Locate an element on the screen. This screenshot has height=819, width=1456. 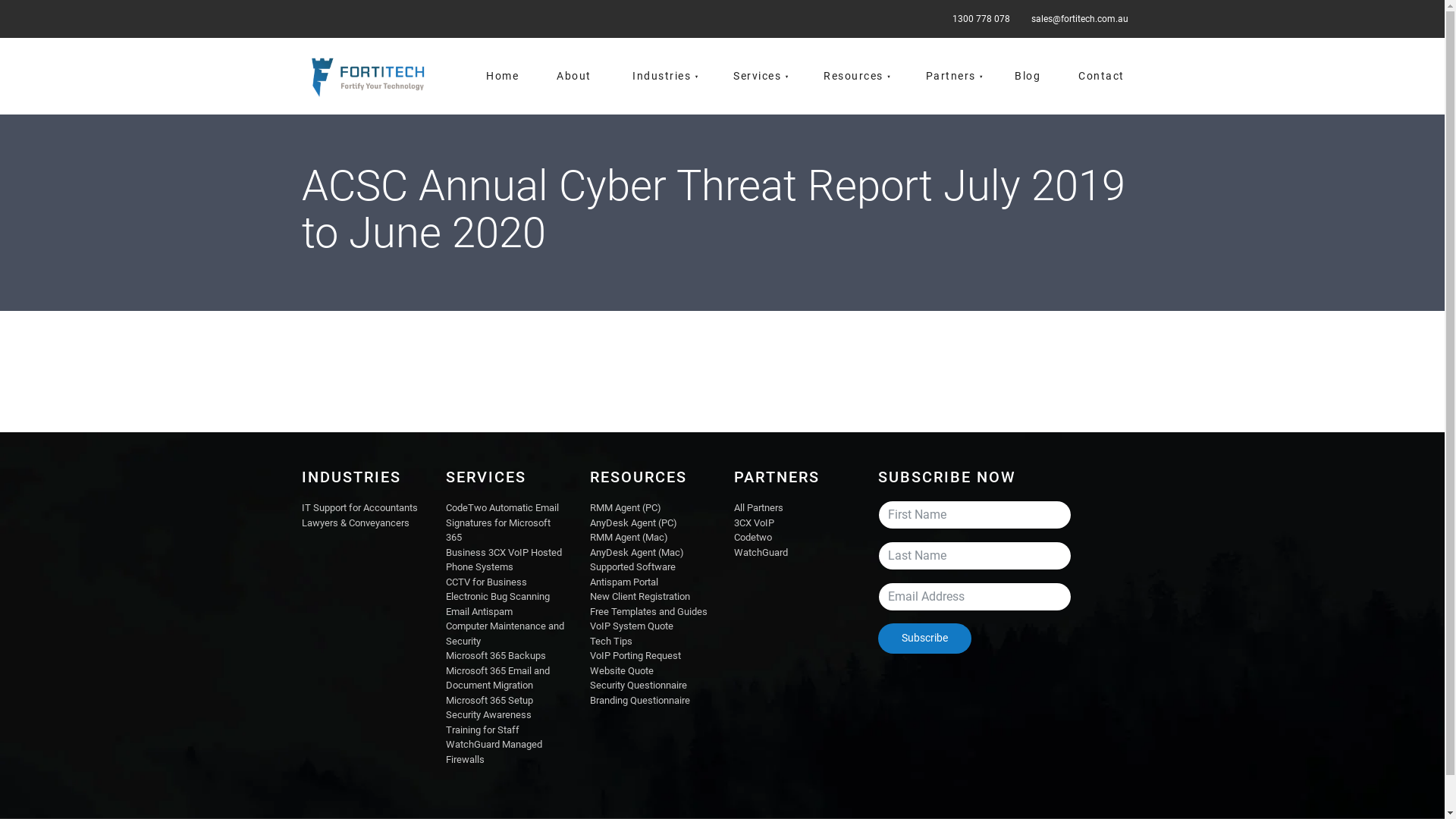
'Security Questionnaire' is located at coordinates (638, 685).